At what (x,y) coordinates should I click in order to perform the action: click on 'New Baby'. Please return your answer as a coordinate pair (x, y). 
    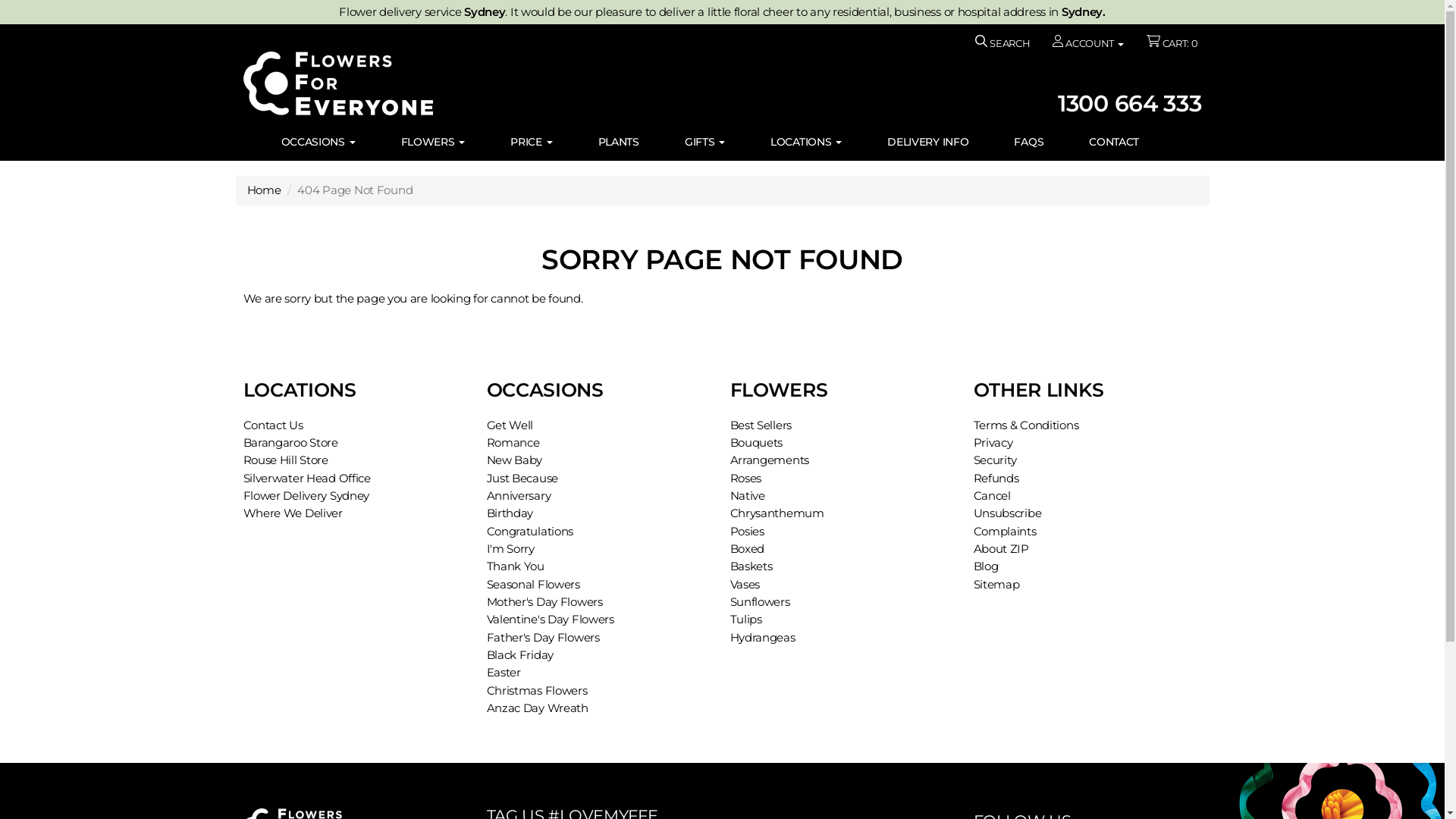
    Looking at the image, I should click on (487, 459).